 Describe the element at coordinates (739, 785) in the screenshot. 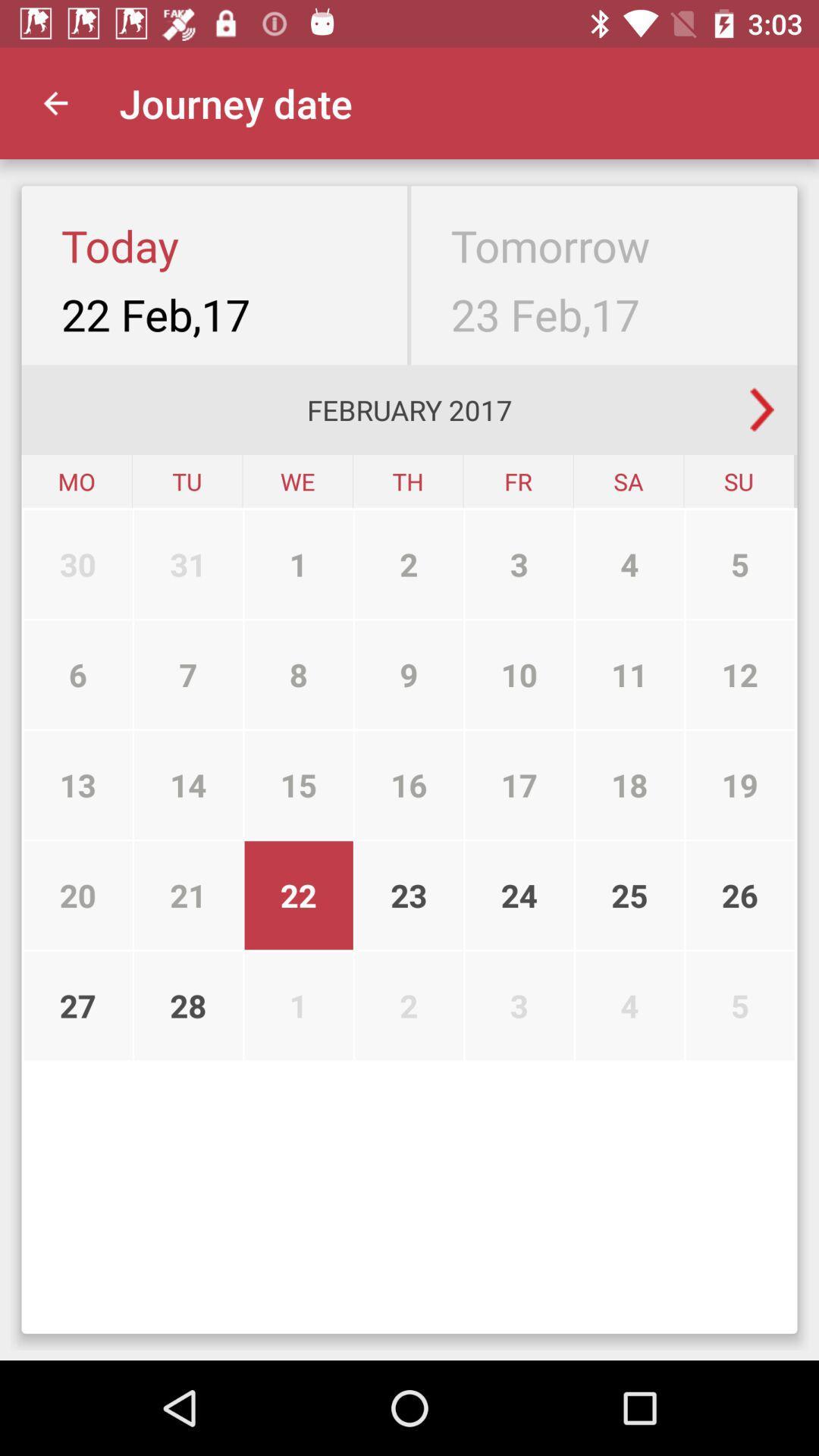

I see `the 19 item` at that location.